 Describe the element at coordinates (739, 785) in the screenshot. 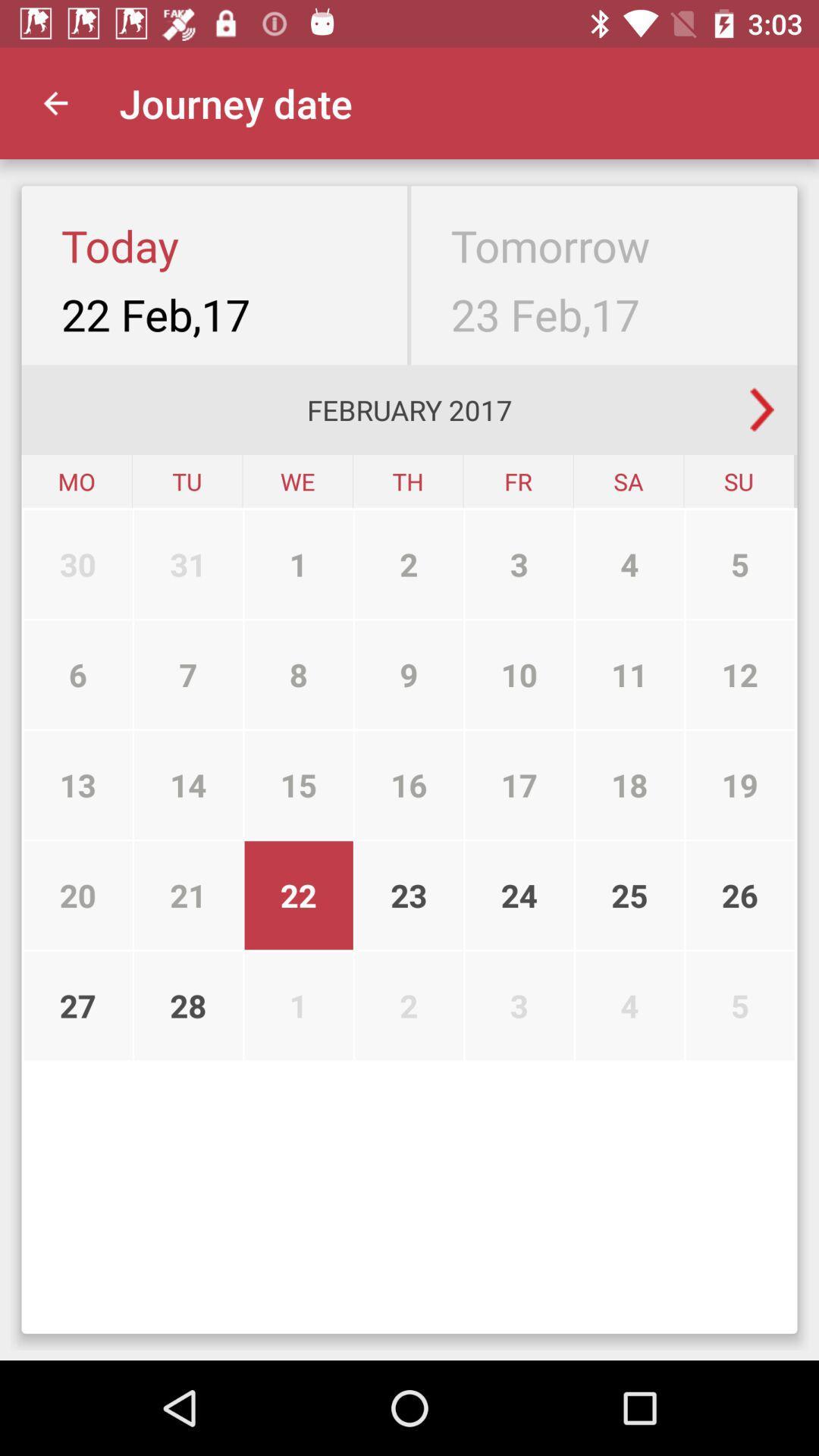

I see `the 19 item` at that location.